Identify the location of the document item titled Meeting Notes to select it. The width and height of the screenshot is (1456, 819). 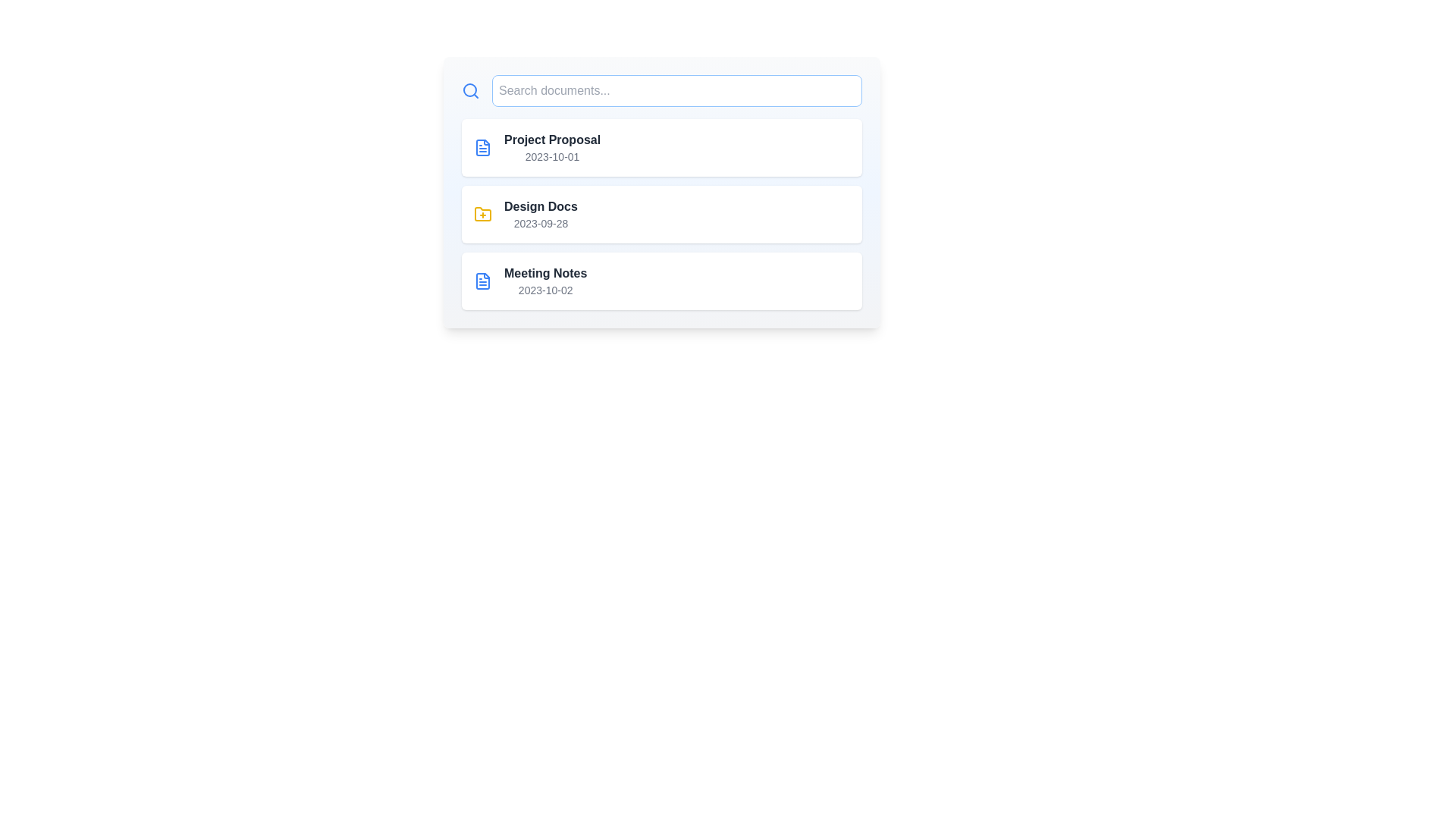
(662, 281).